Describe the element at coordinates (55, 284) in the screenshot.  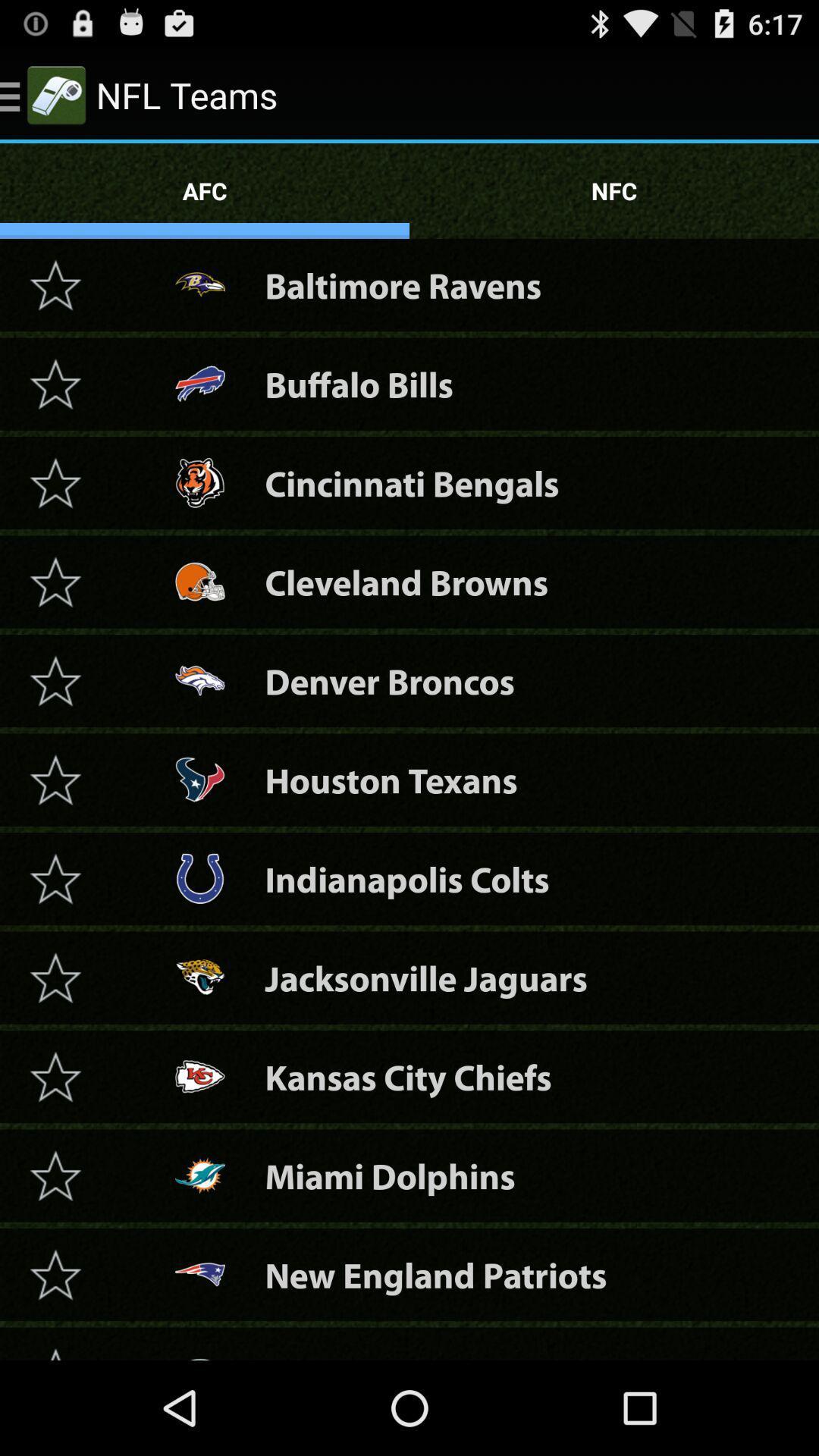
I see `star team` at that location.